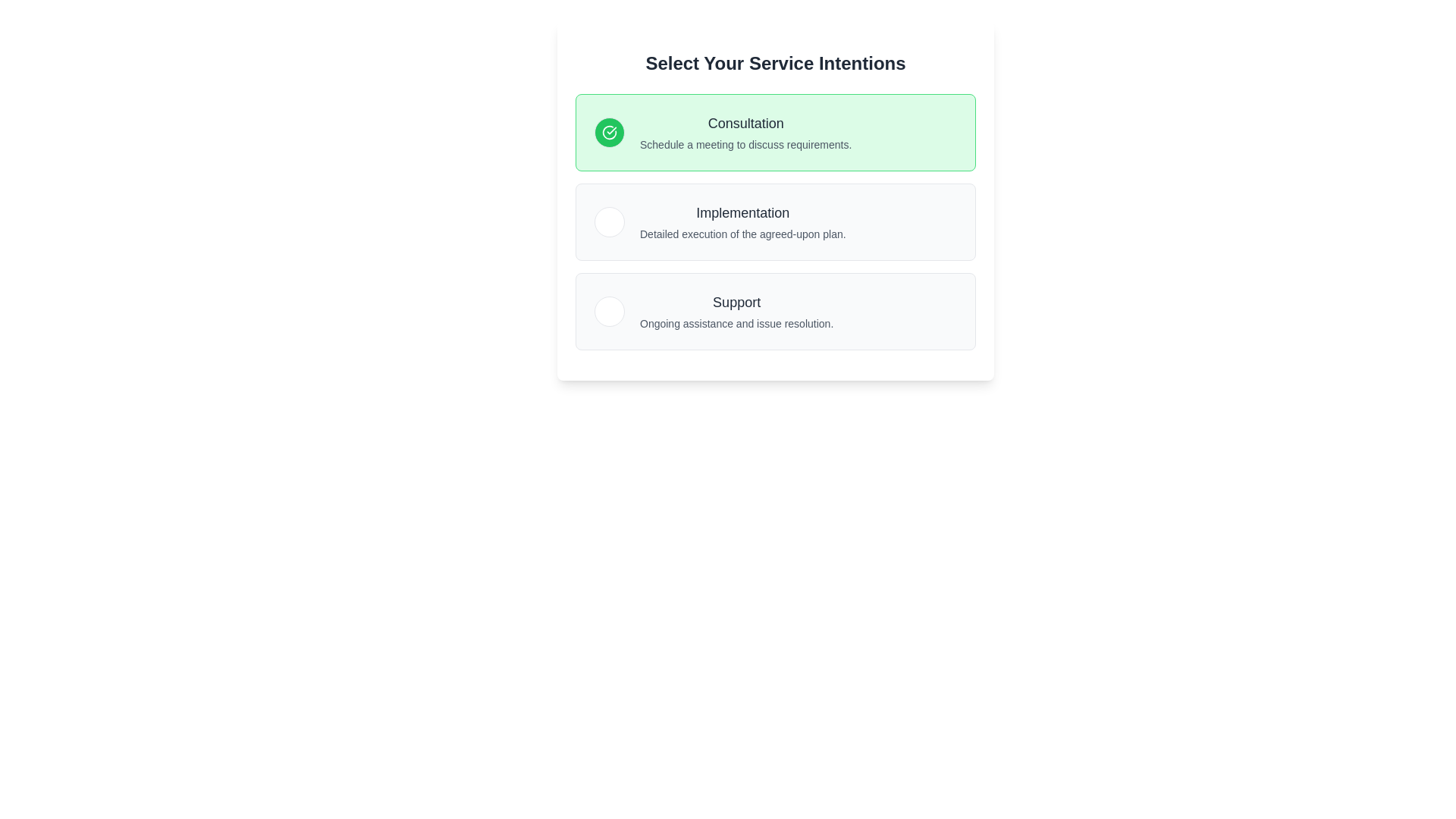  What do you see at coordinates (713, 311) in the screenshot?
I see `the circular icon of the 'Support' service option` at bounding box center [713, 311].